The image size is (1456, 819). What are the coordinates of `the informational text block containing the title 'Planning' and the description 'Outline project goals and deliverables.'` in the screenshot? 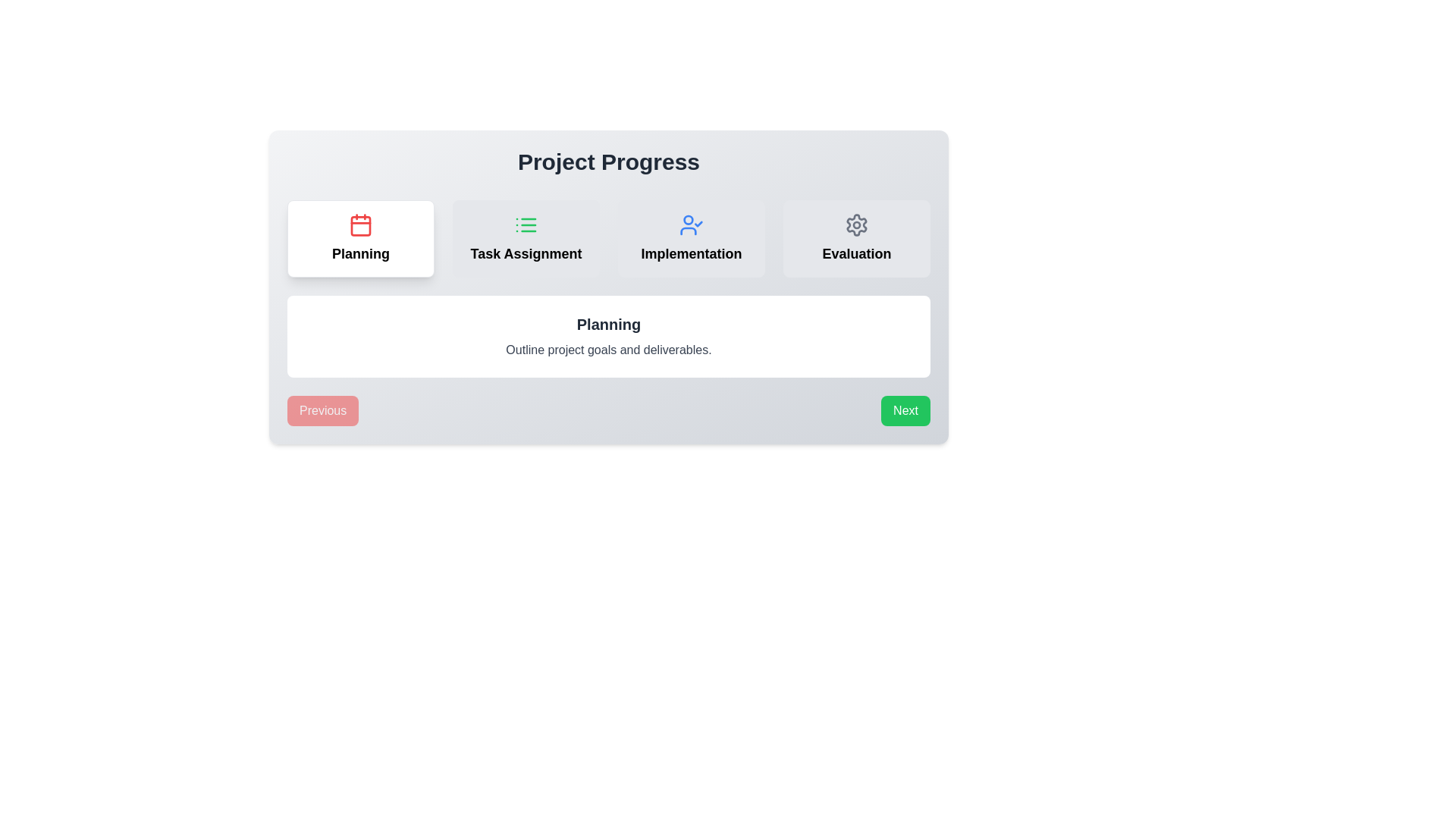 It's located at (608, 335).